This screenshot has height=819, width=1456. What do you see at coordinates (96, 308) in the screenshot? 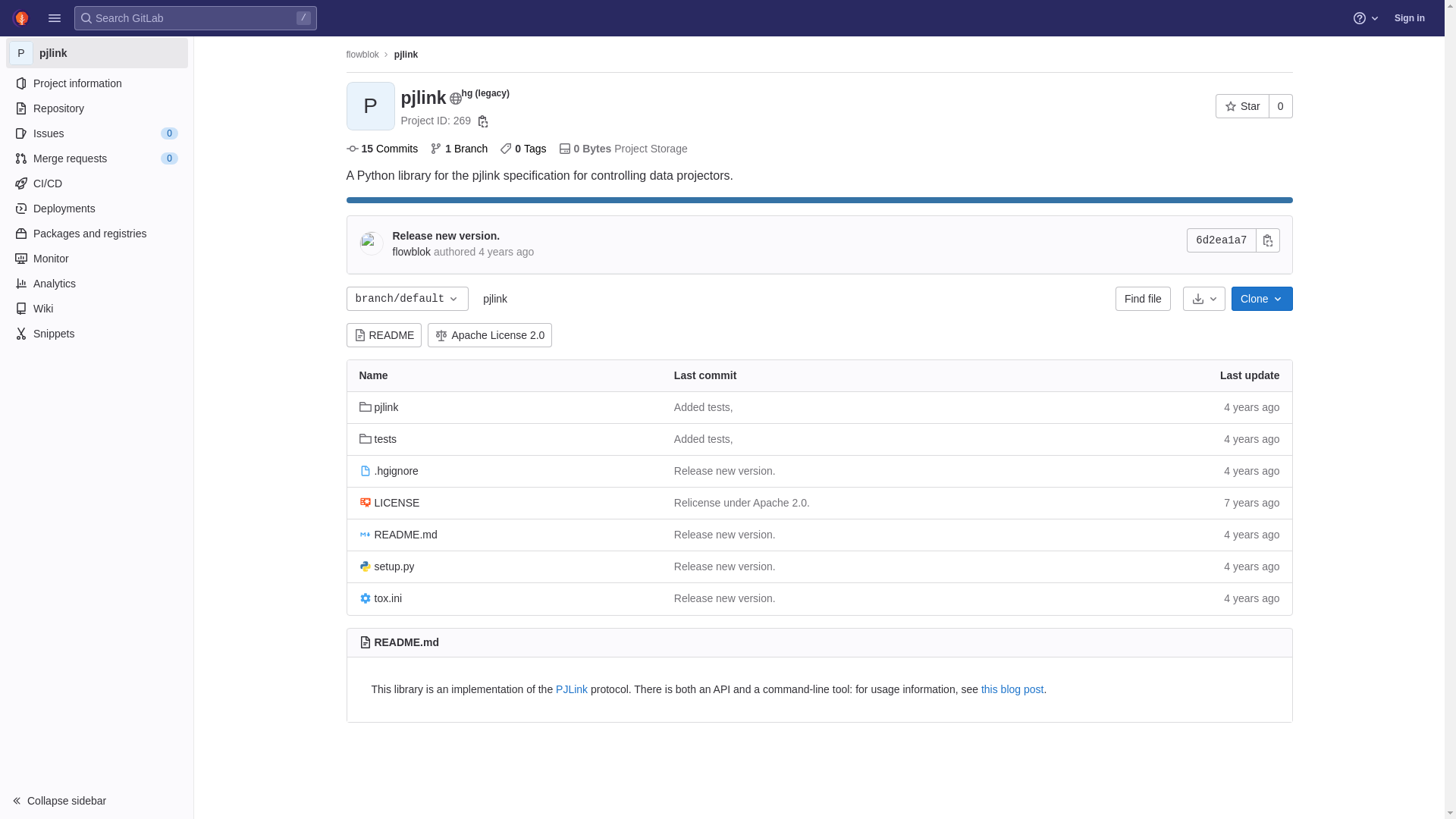
I see `'Wiki'` at bounding box center [96, 308].